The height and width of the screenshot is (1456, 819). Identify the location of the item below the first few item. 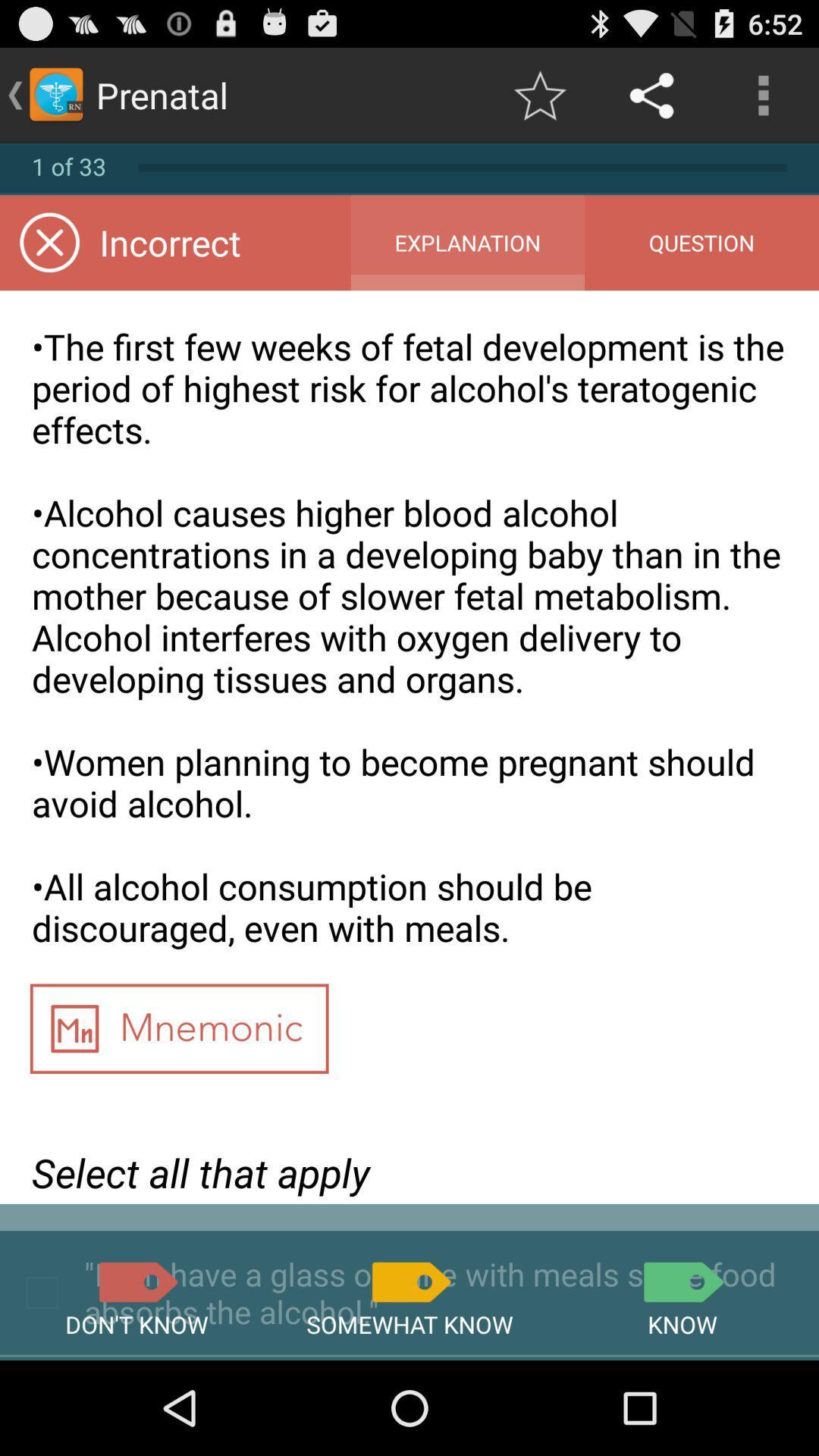
(178, 1033).